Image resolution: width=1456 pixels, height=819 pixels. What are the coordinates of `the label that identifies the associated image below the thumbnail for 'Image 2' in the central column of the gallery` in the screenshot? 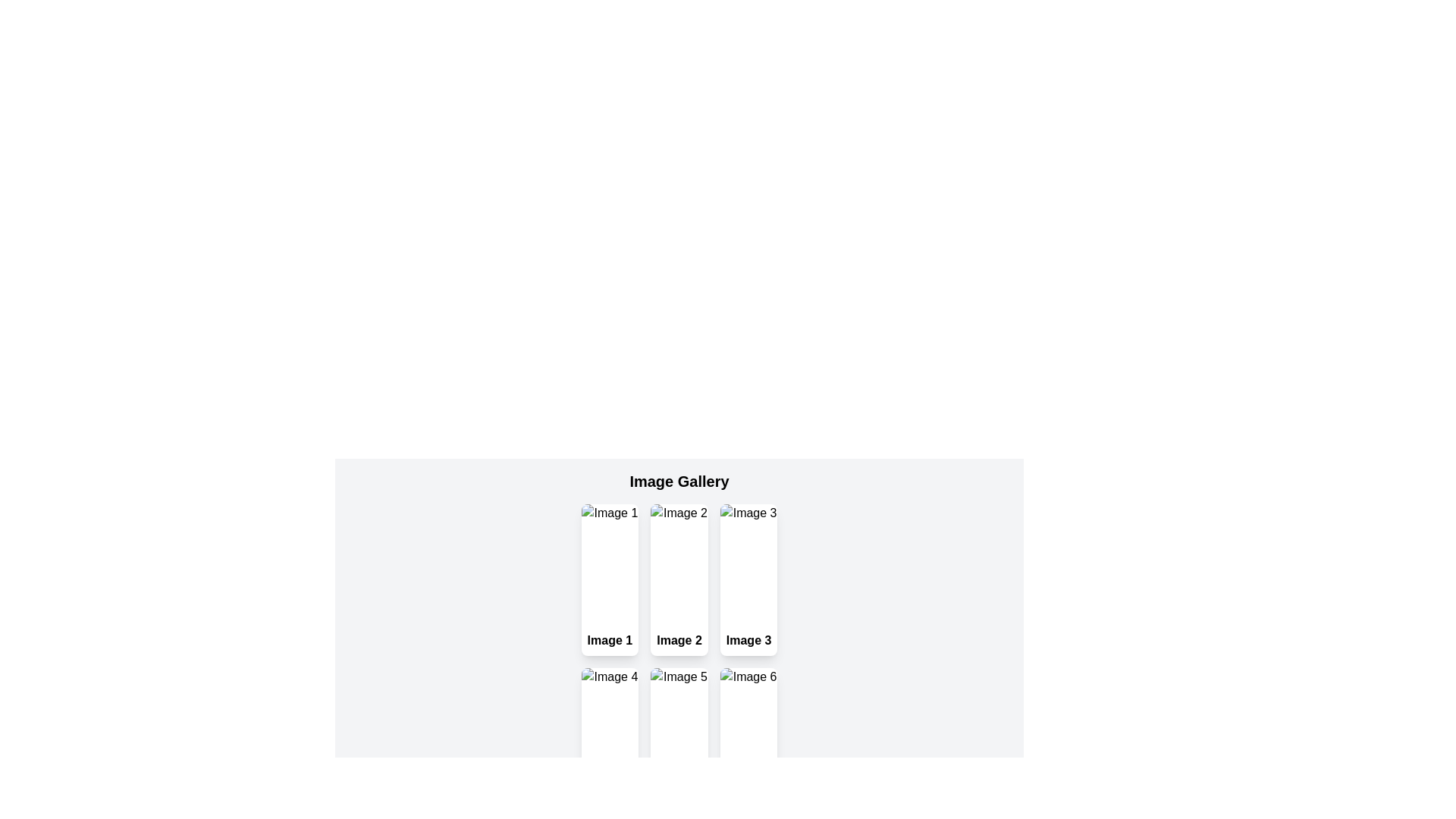 It's located at (679, 640).